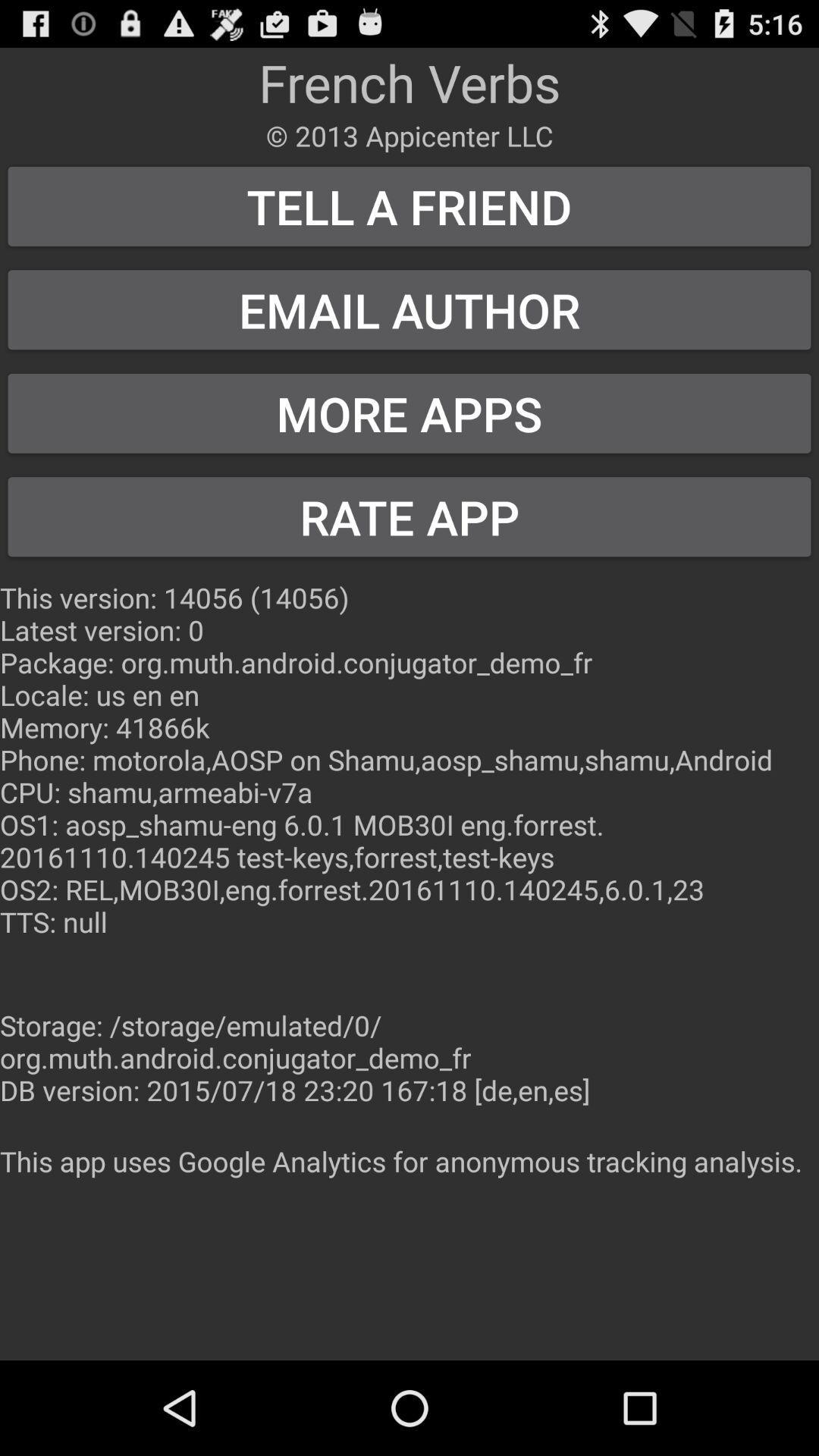 The width and height of the screenshot is (819, 1456). What do you see at coordinates (409, 413) in the screenshot?
I see `more apps` at bounding box center [409, 413].